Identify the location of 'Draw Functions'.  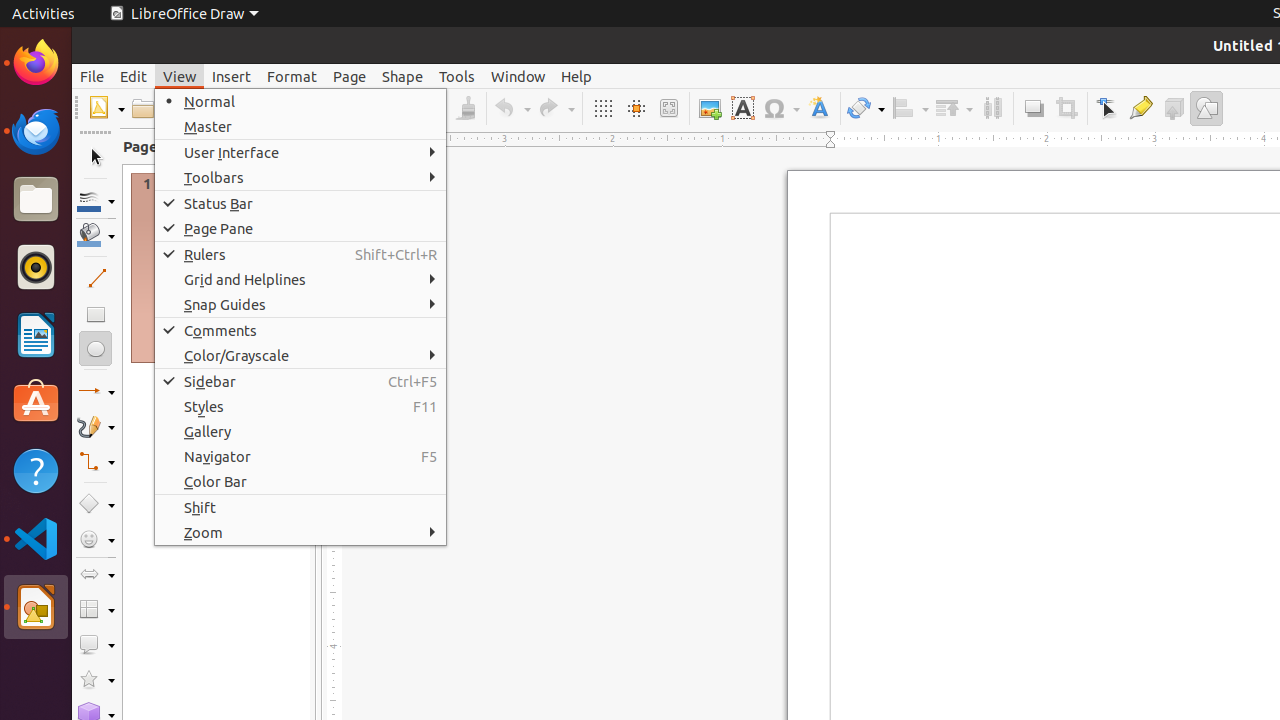
(1205, 108).